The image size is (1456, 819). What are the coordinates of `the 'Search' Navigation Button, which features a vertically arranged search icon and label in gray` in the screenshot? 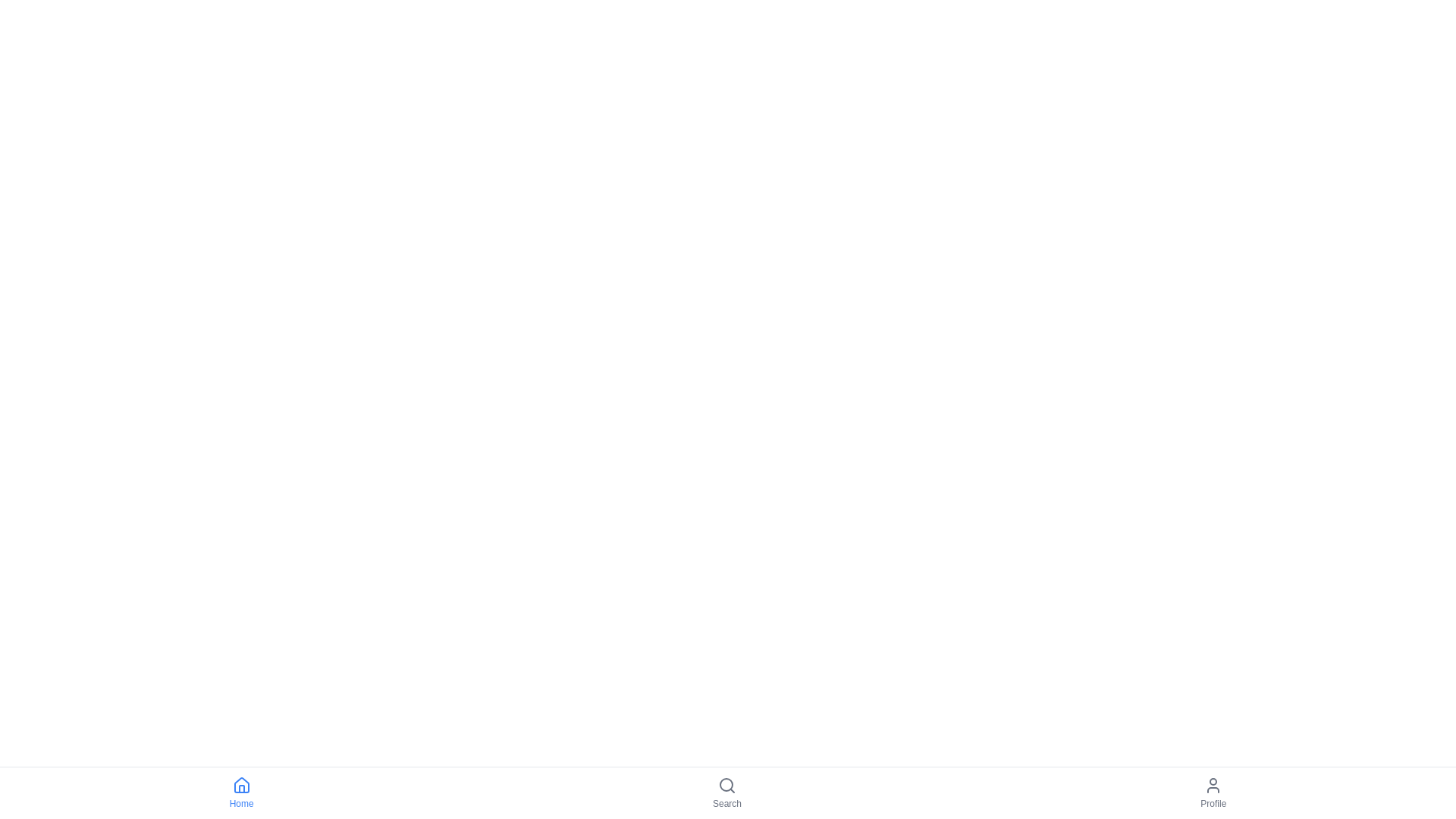 It's located at (726, 792).